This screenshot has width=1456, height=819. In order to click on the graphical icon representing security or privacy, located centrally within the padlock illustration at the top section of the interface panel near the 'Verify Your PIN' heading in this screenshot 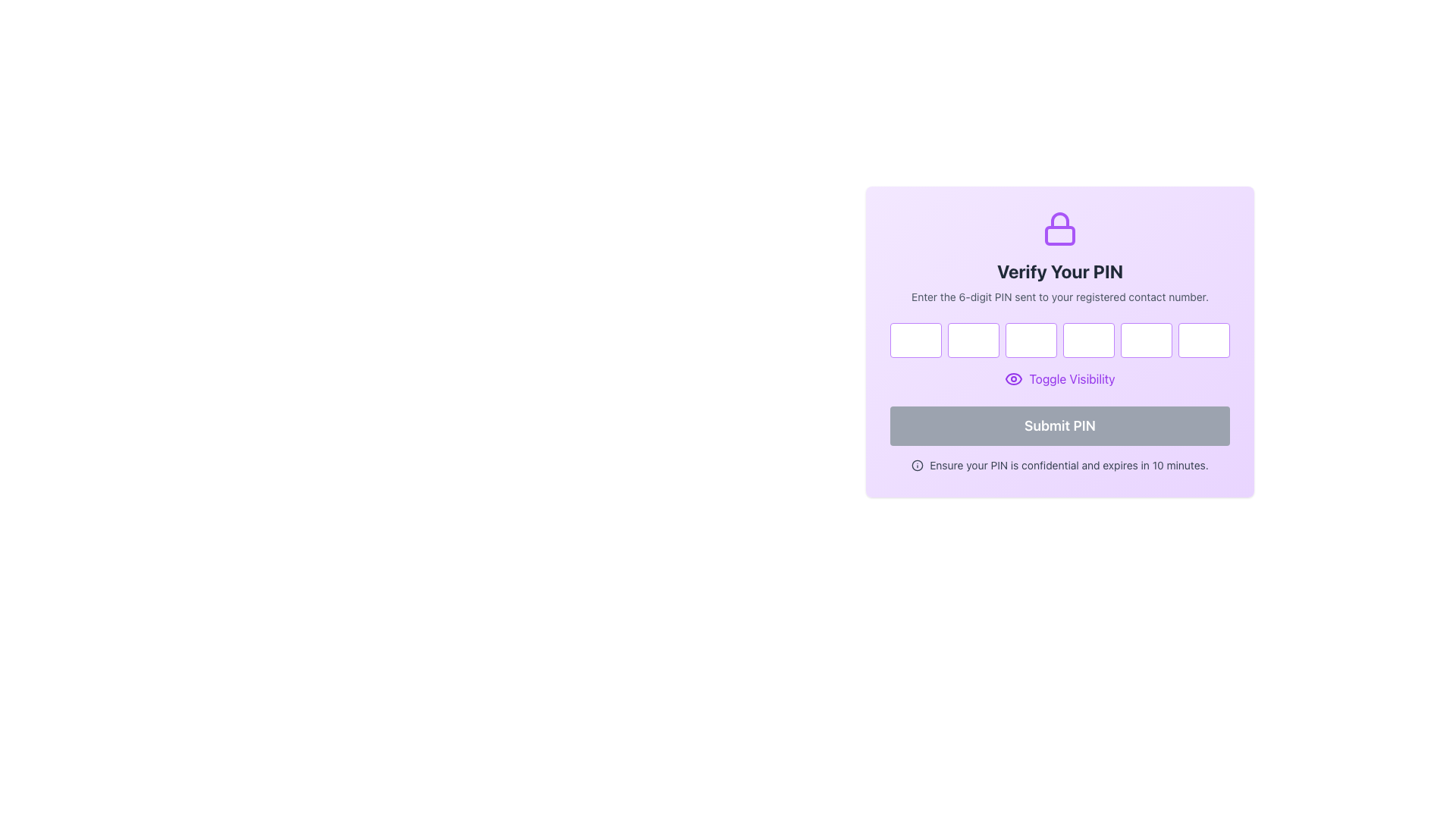, I will do `click(1059, 220)`.